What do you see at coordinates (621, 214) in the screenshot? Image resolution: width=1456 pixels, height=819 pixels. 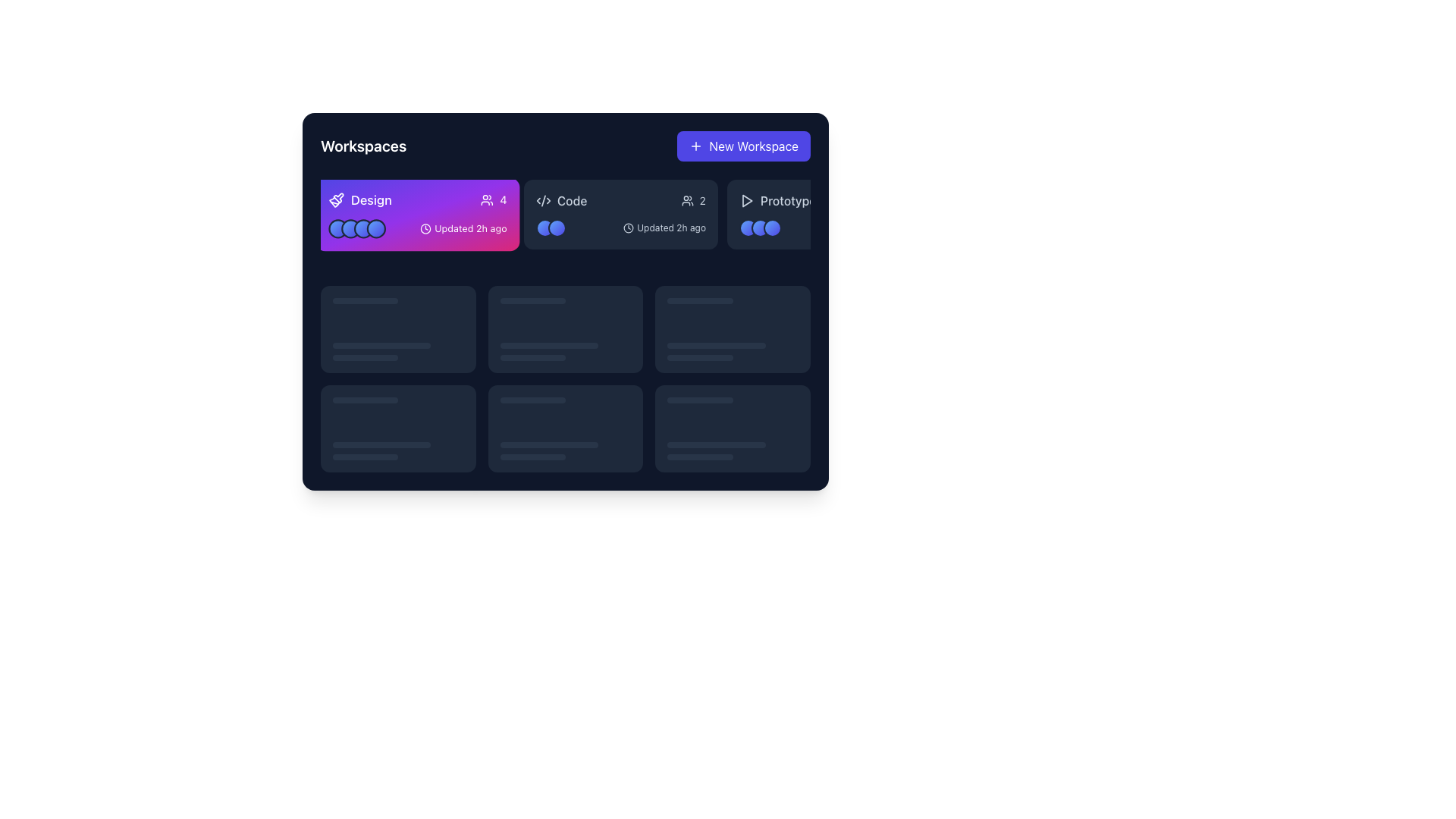 I see `the 'Code' informational card` at bounding box center [621, 214].